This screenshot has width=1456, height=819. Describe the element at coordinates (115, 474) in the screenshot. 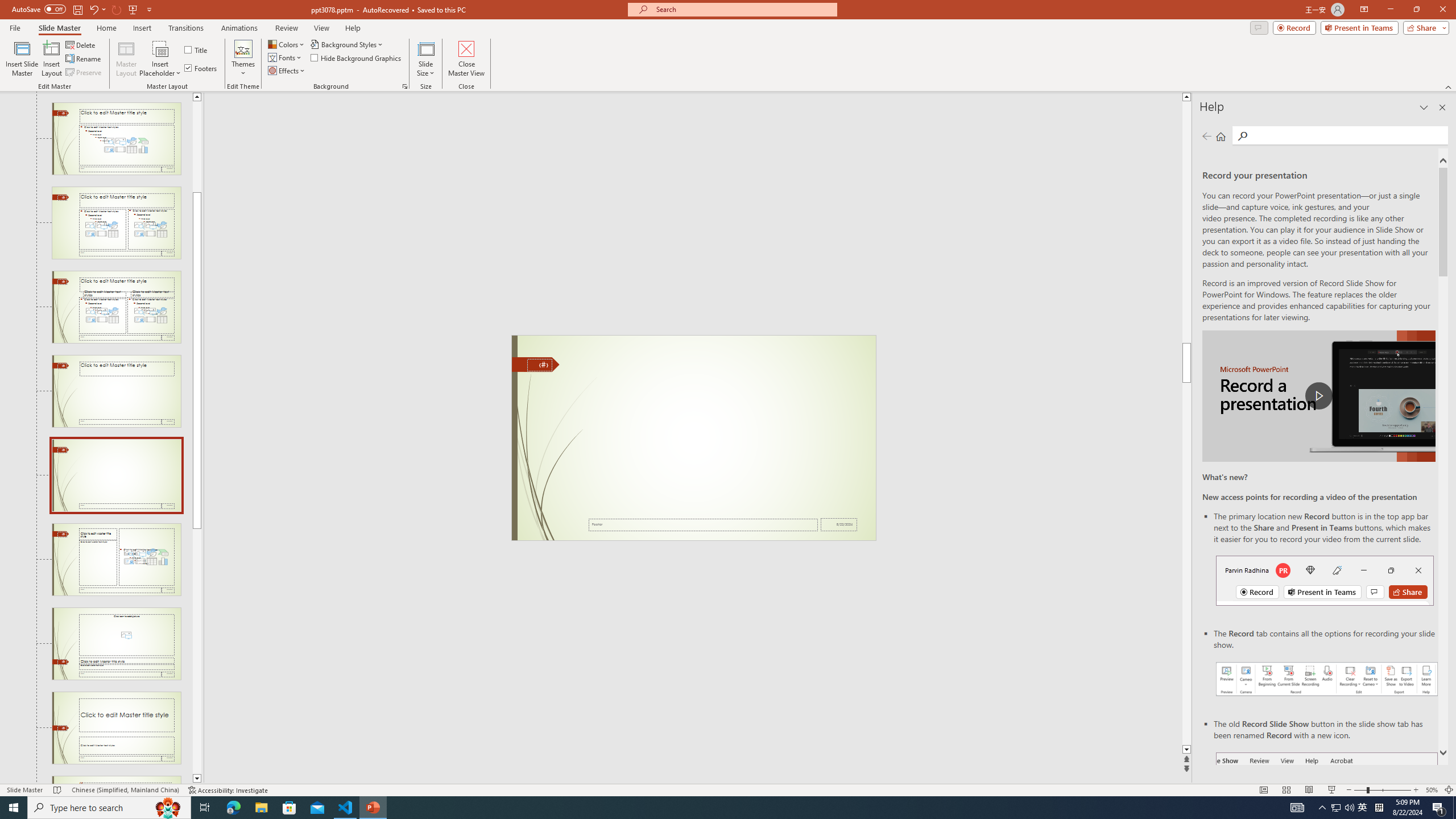

I see `'Slide Blank Layout: used by no slides'` at that location.